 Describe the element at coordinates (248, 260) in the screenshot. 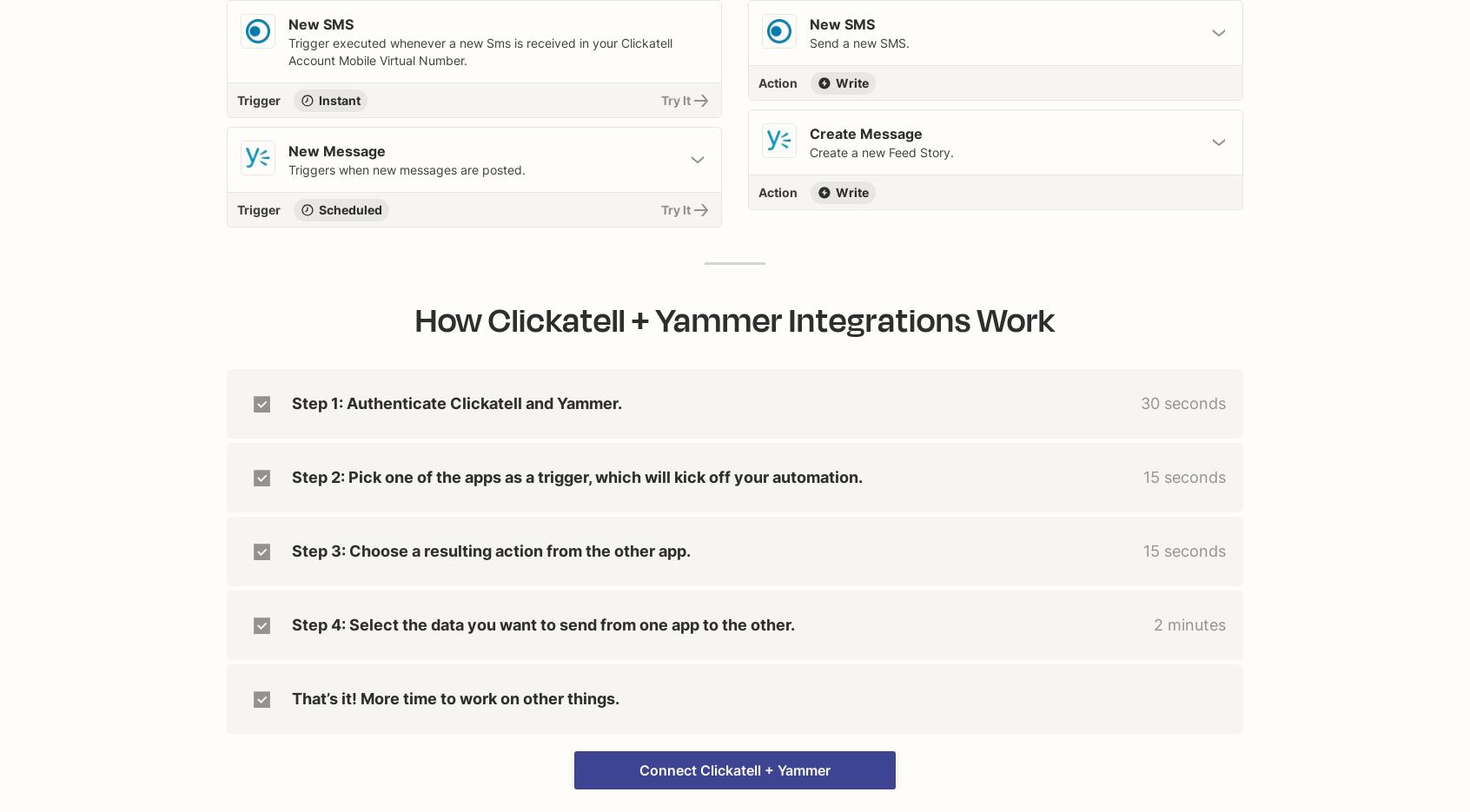

I see `'Zapier checks for new data every 15 min on the Free plan'` at that location.